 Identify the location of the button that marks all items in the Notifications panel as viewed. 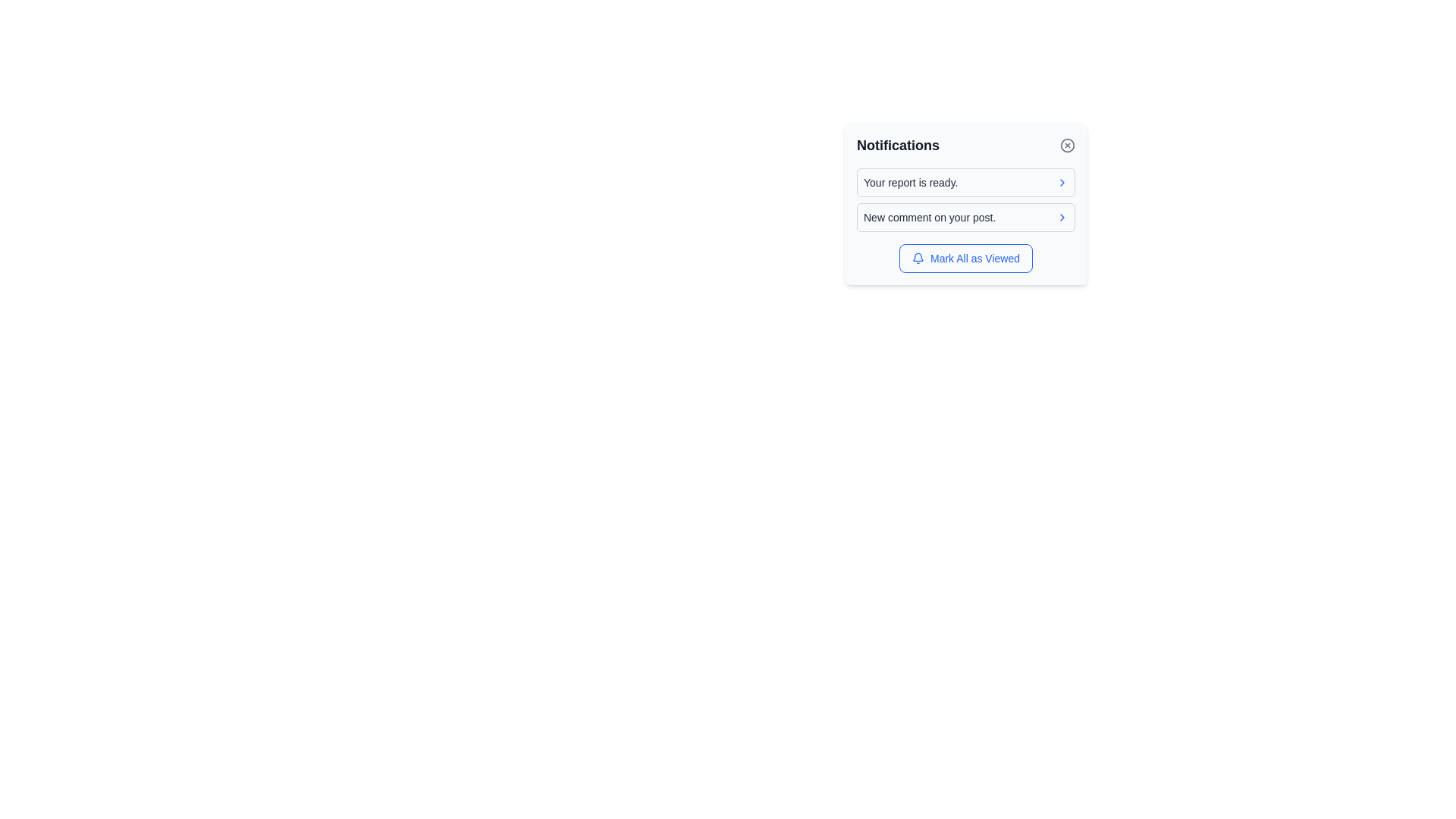
(965, 257).